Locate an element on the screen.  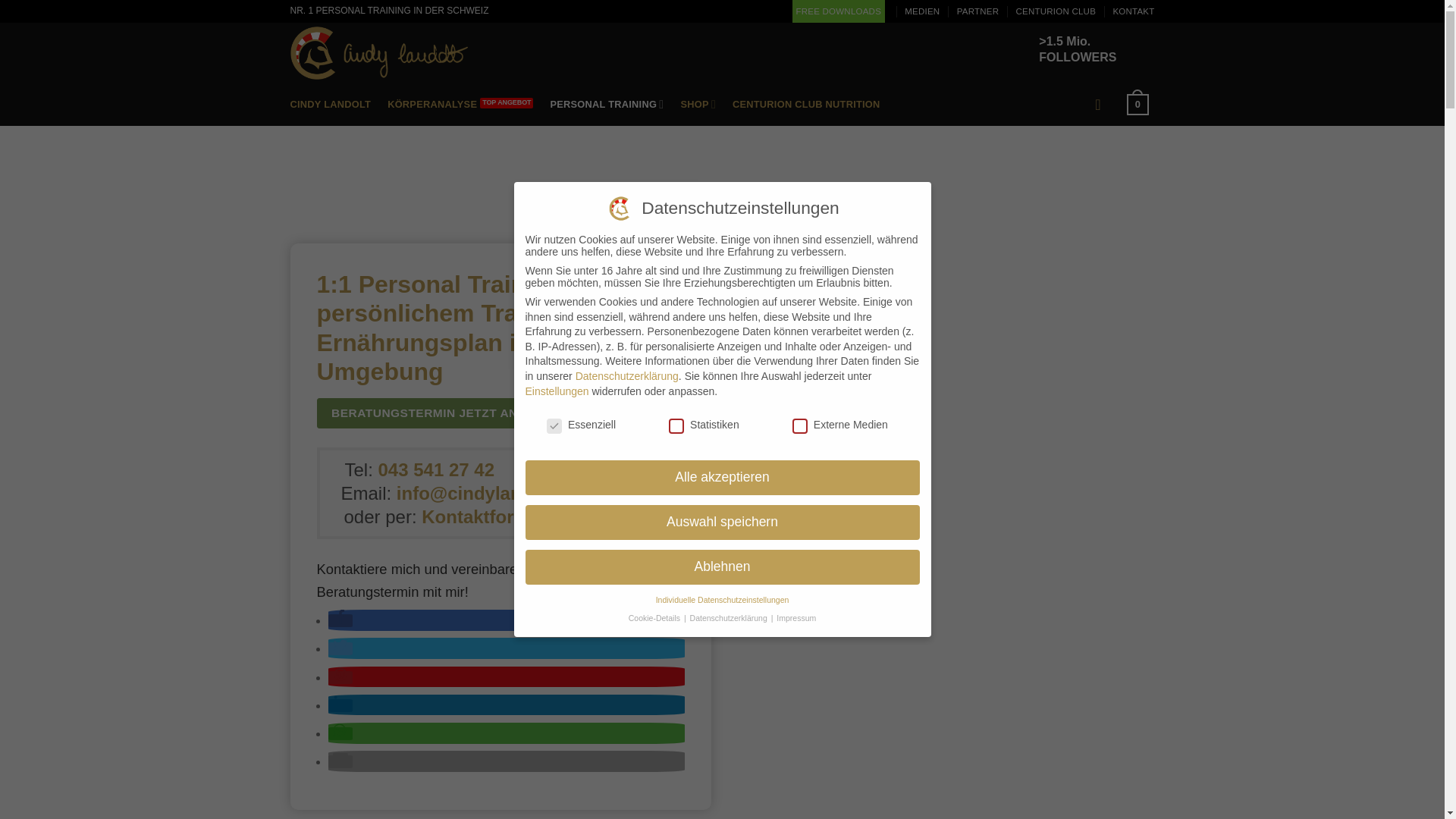
'KONTAKT' is located at coordinates (1133, 11).